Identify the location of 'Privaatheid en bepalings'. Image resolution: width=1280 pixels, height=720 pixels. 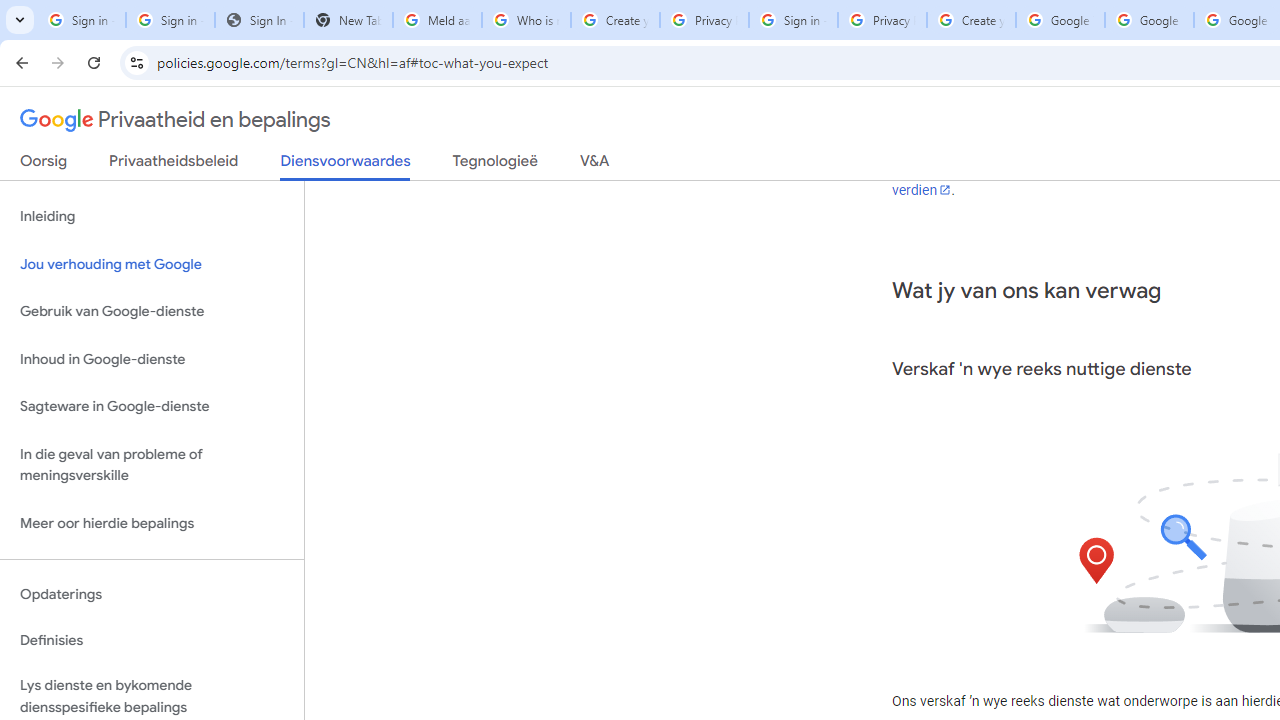
(176, 120).